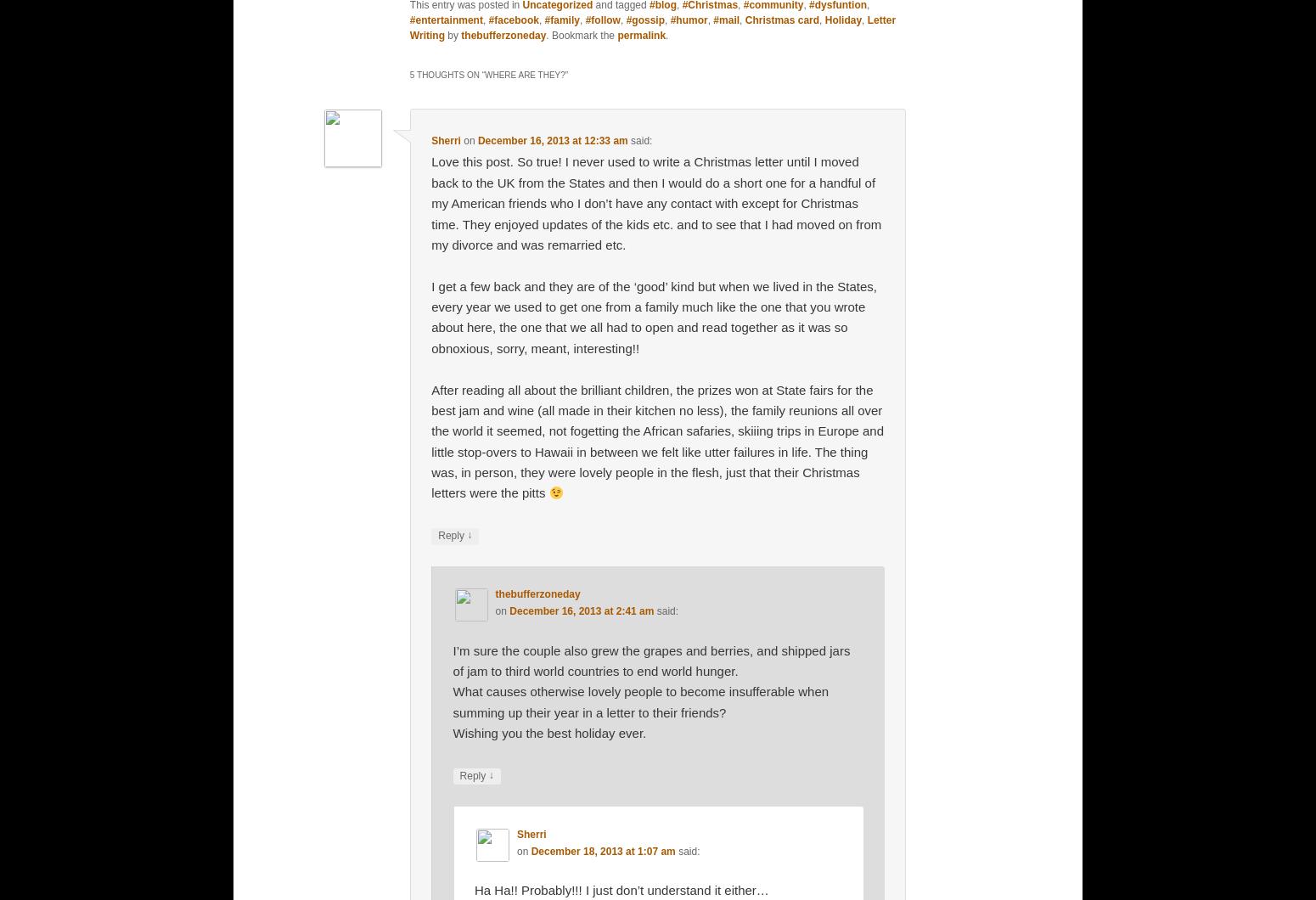 This screenshot has height=900, width=1316. What do you see at coordinates (446, 74) in the screenshot?
I see `'5 thoughts on “'` at bounding box center [446, 74].